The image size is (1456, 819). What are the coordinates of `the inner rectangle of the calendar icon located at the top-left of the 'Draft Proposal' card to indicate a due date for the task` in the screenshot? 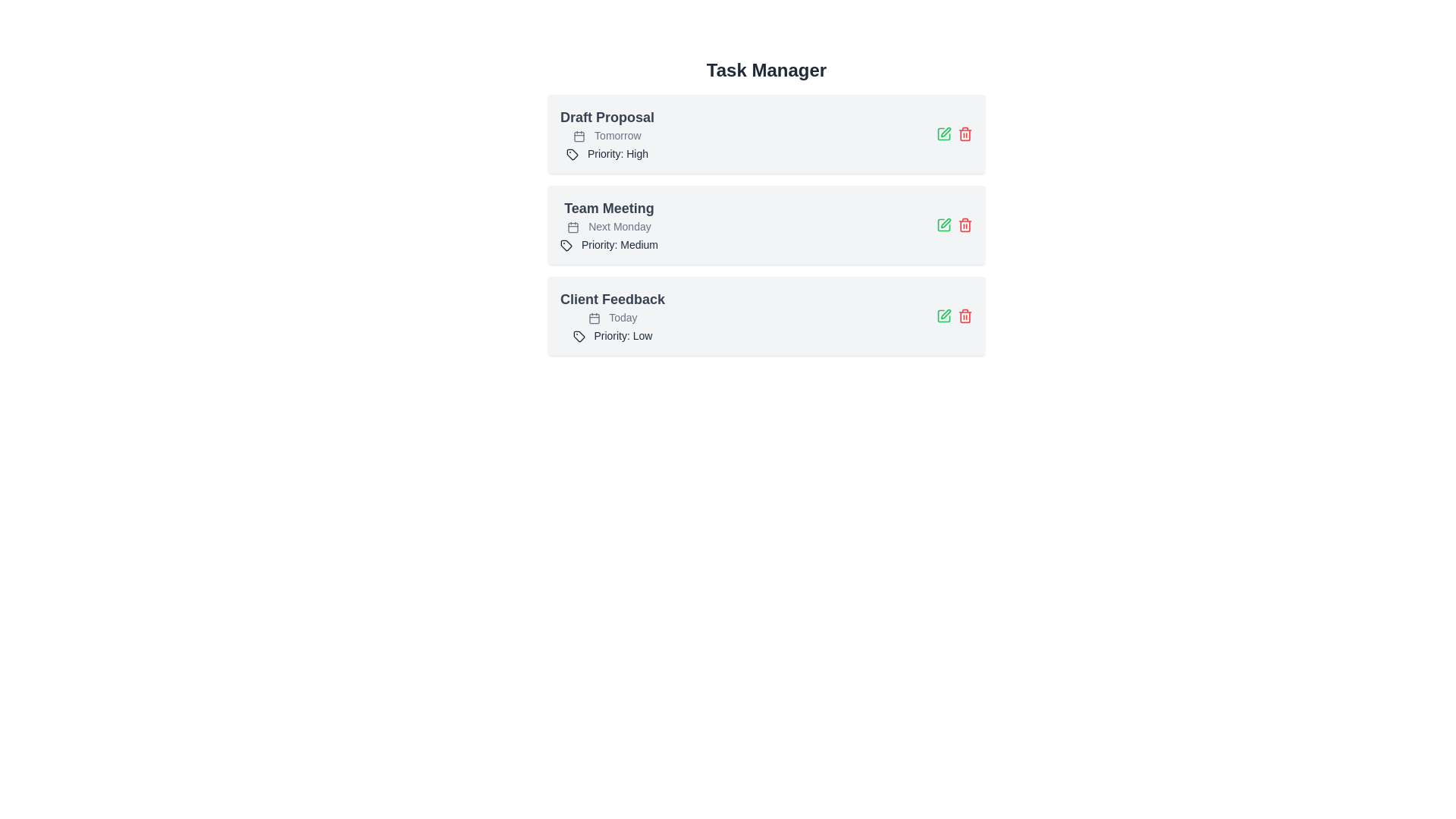 It's located at (579, 137).